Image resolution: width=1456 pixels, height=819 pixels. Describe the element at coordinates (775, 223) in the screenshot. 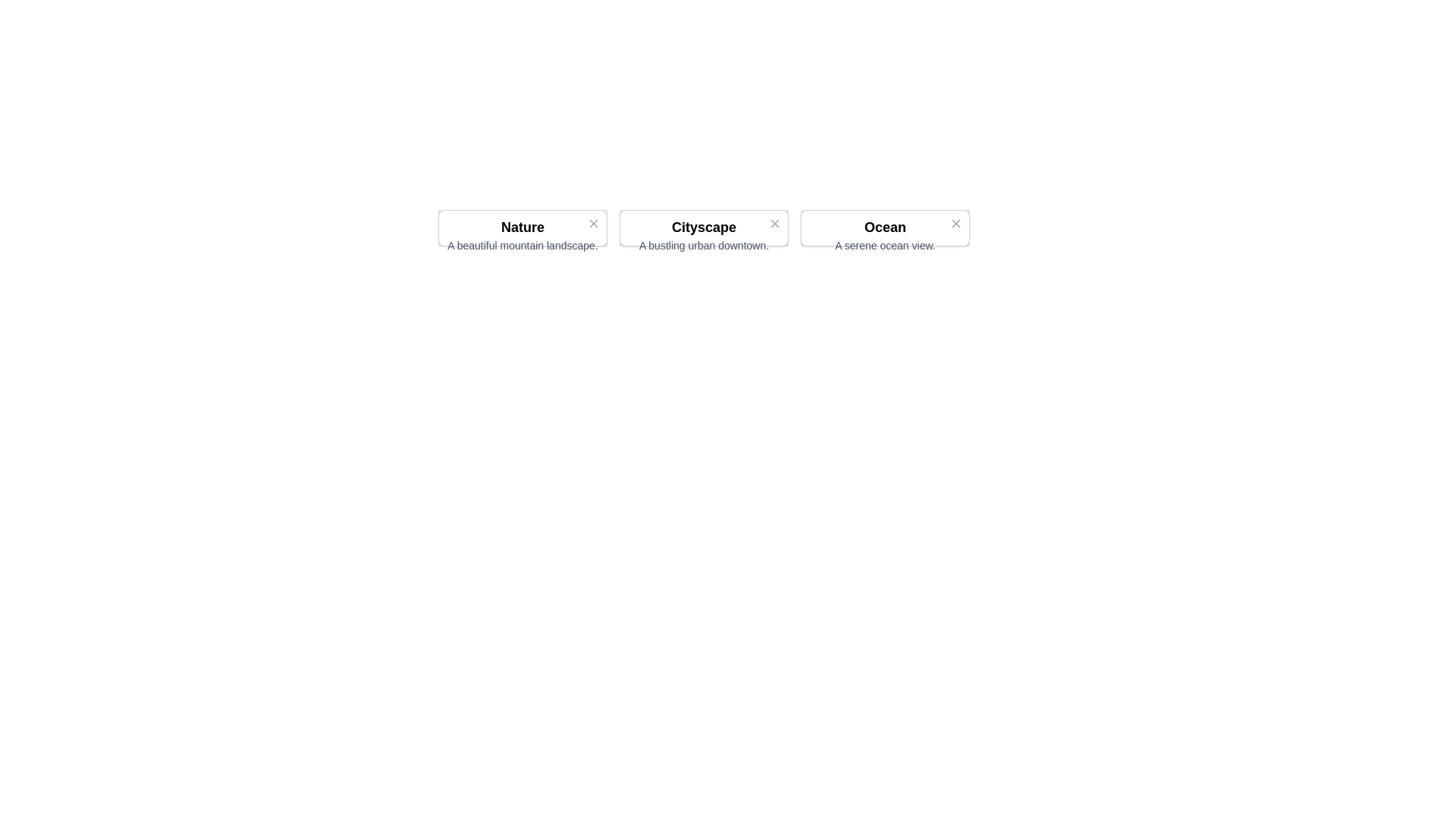

I see `the close button with '×' icon located in the upper right corner of the 'Cityscape' label to trigger the hover effect` at that location.